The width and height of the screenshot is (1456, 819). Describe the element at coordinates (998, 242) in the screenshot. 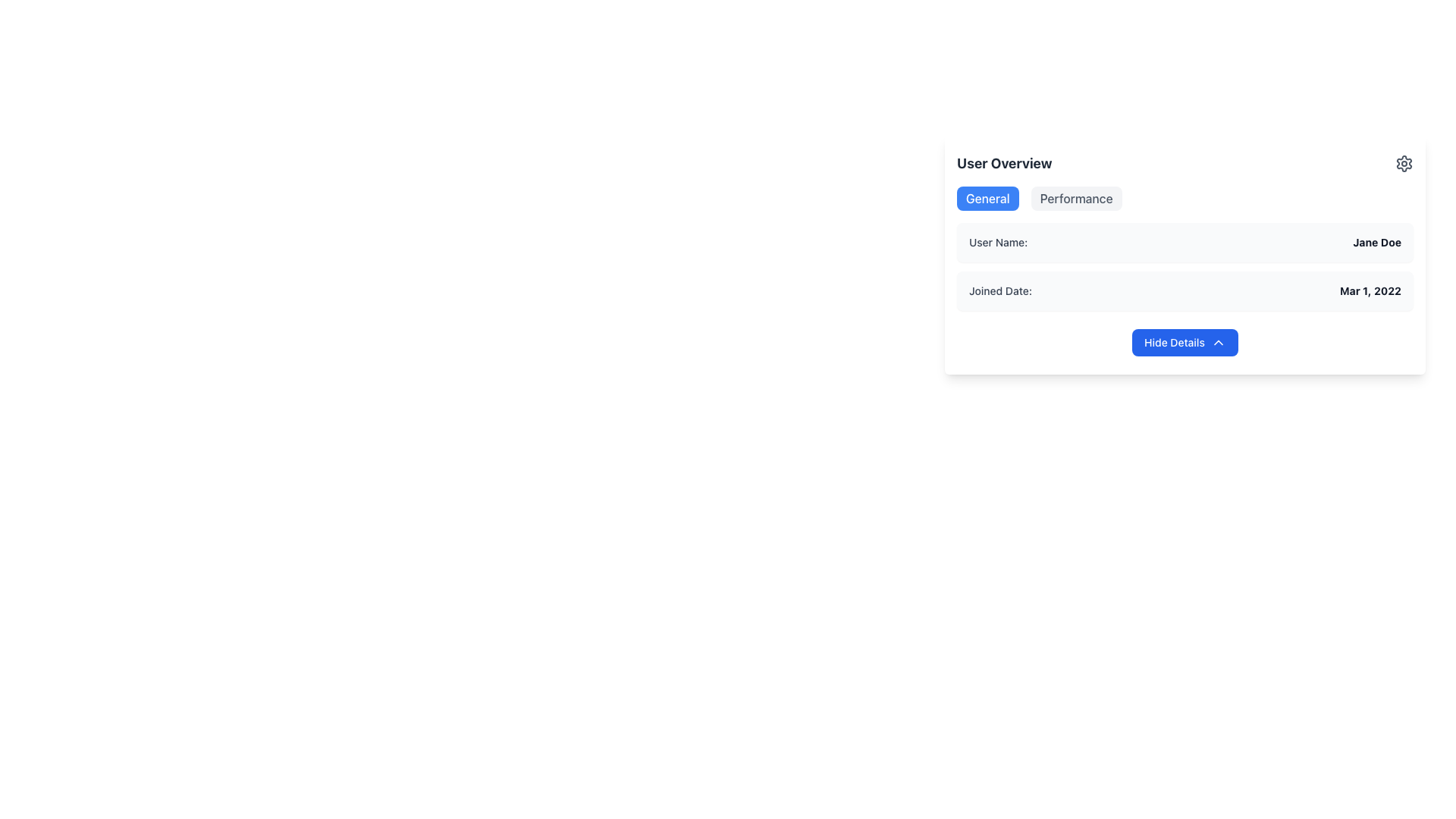

I see `the text label 'User Name:' displayed in gray color with a medium-sized, sans-serif font, located on the left side of the user profile overview panel` at that location.